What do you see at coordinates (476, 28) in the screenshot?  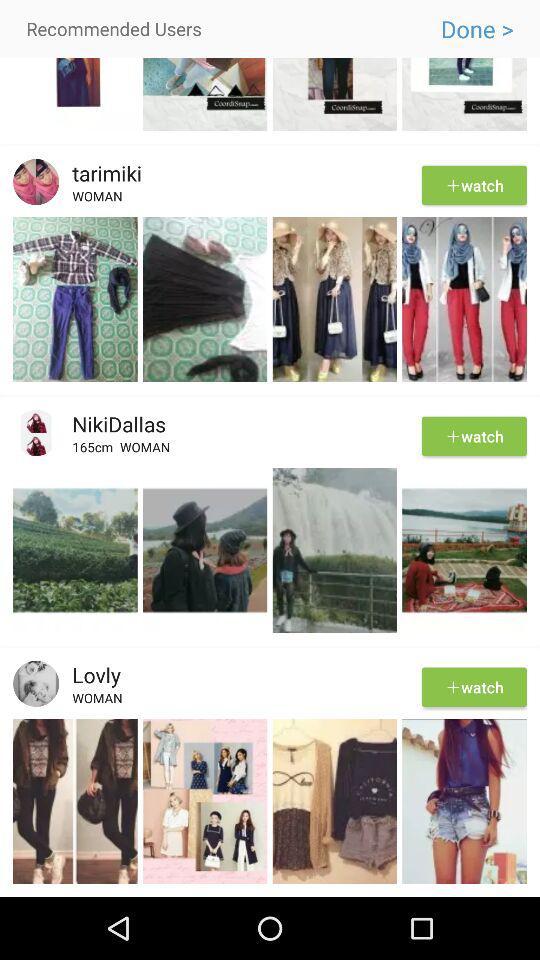 I see `icon to the right of recommended users item` at bounding box center [476, 28].